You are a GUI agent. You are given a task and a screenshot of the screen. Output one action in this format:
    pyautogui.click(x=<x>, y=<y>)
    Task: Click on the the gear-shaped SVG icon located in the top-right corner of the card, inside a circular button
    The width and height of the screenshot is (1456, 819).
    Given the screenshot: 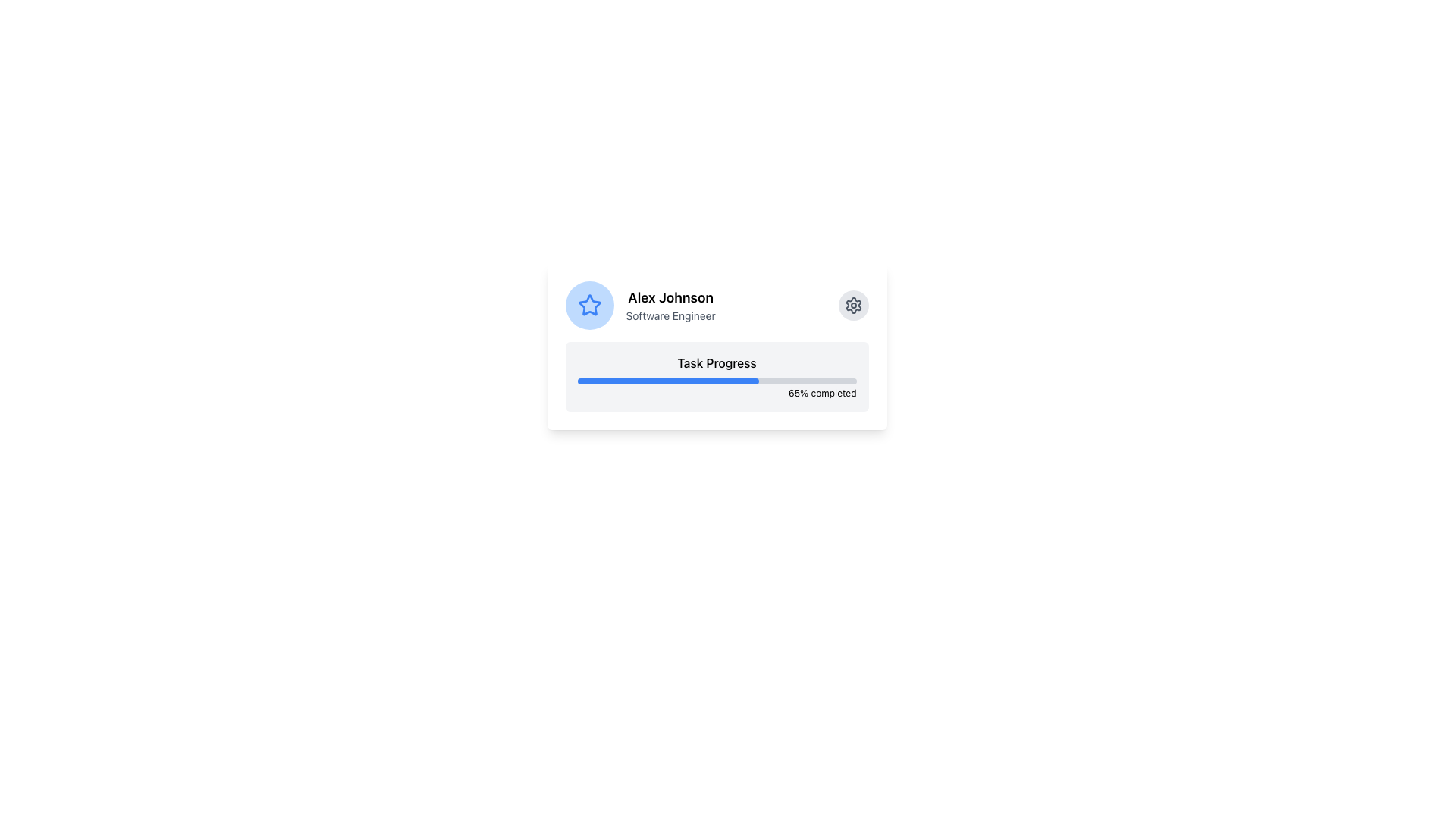 What is the action you would take?
    pyautogui.click(x=853, y=305)
    